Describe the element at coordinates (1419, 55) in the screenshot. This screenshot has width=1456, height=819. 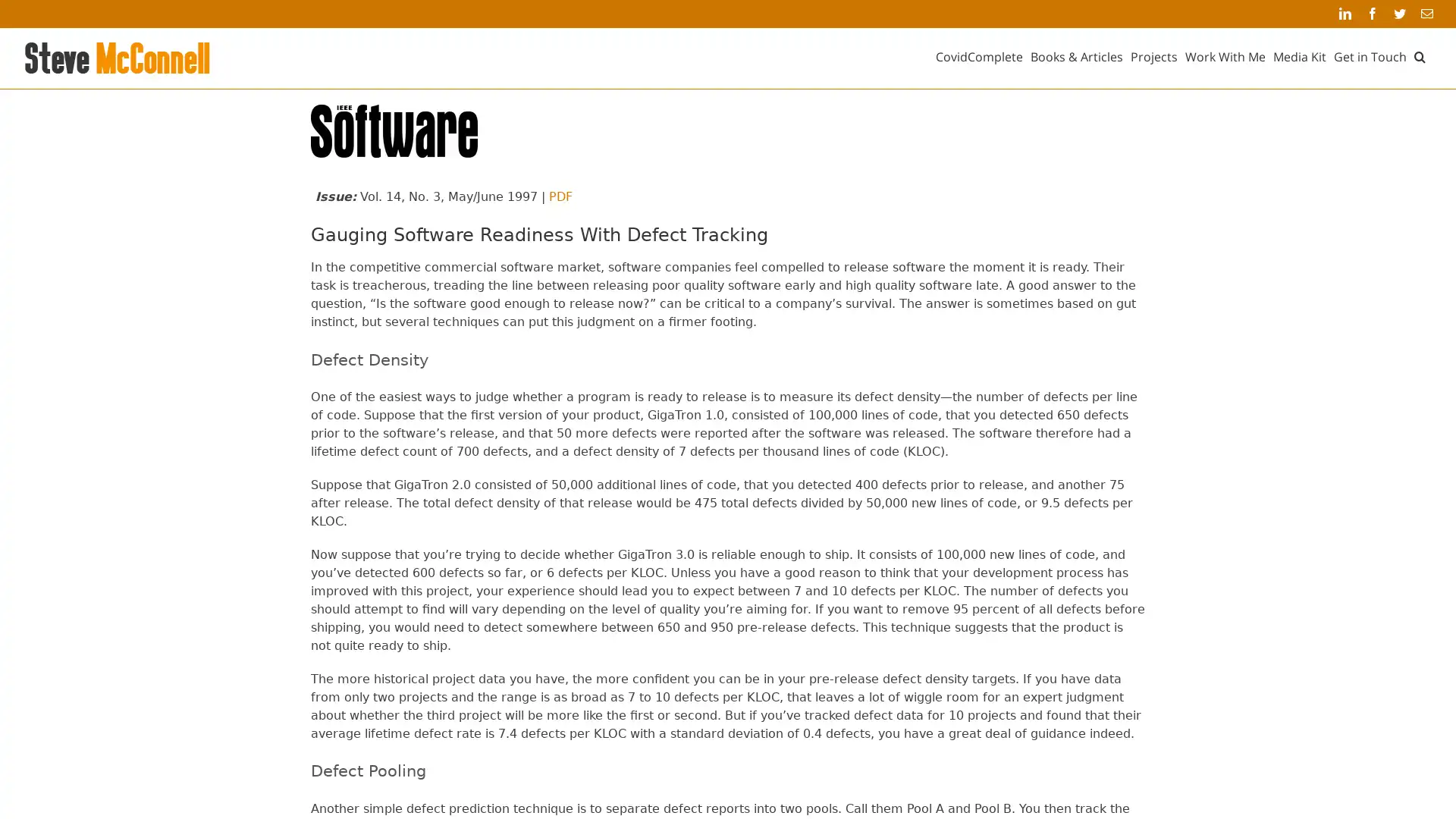
I see `Search` at that location.